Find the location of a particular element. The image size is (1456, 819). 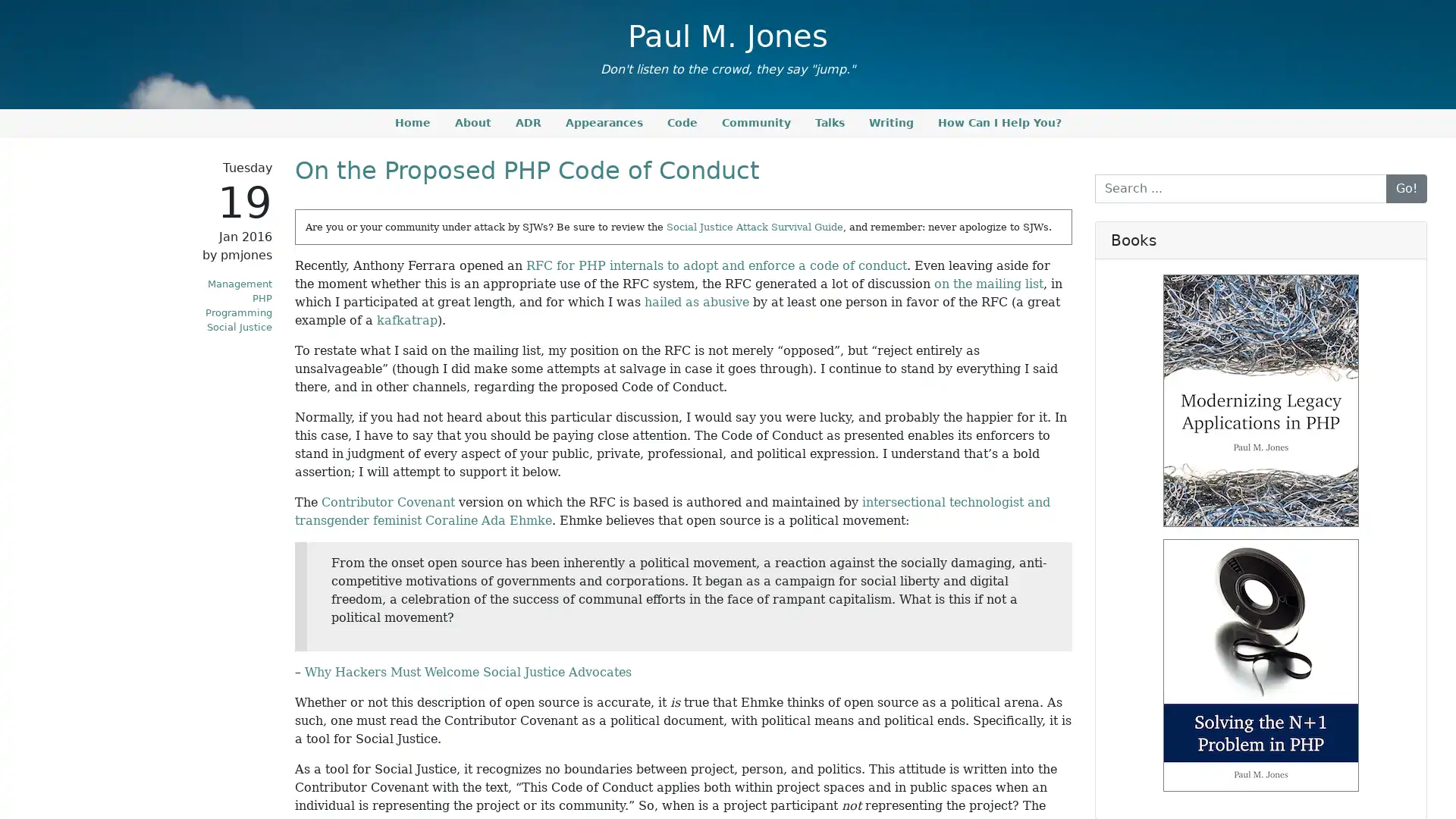

Go! is located at coordinates (1405, 187).